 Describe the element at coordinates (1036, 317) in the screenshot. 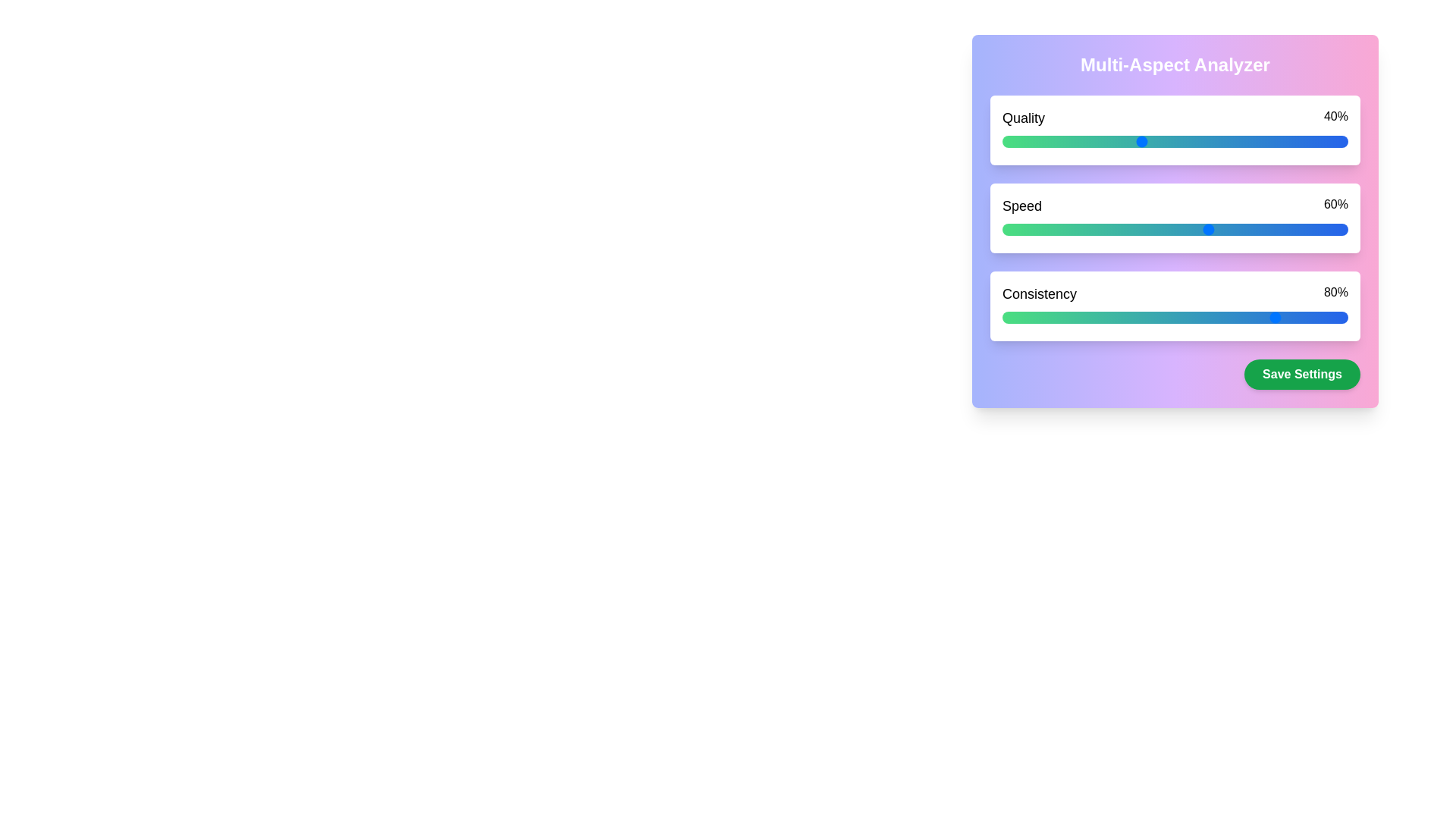

I see `the slider value` at that location.